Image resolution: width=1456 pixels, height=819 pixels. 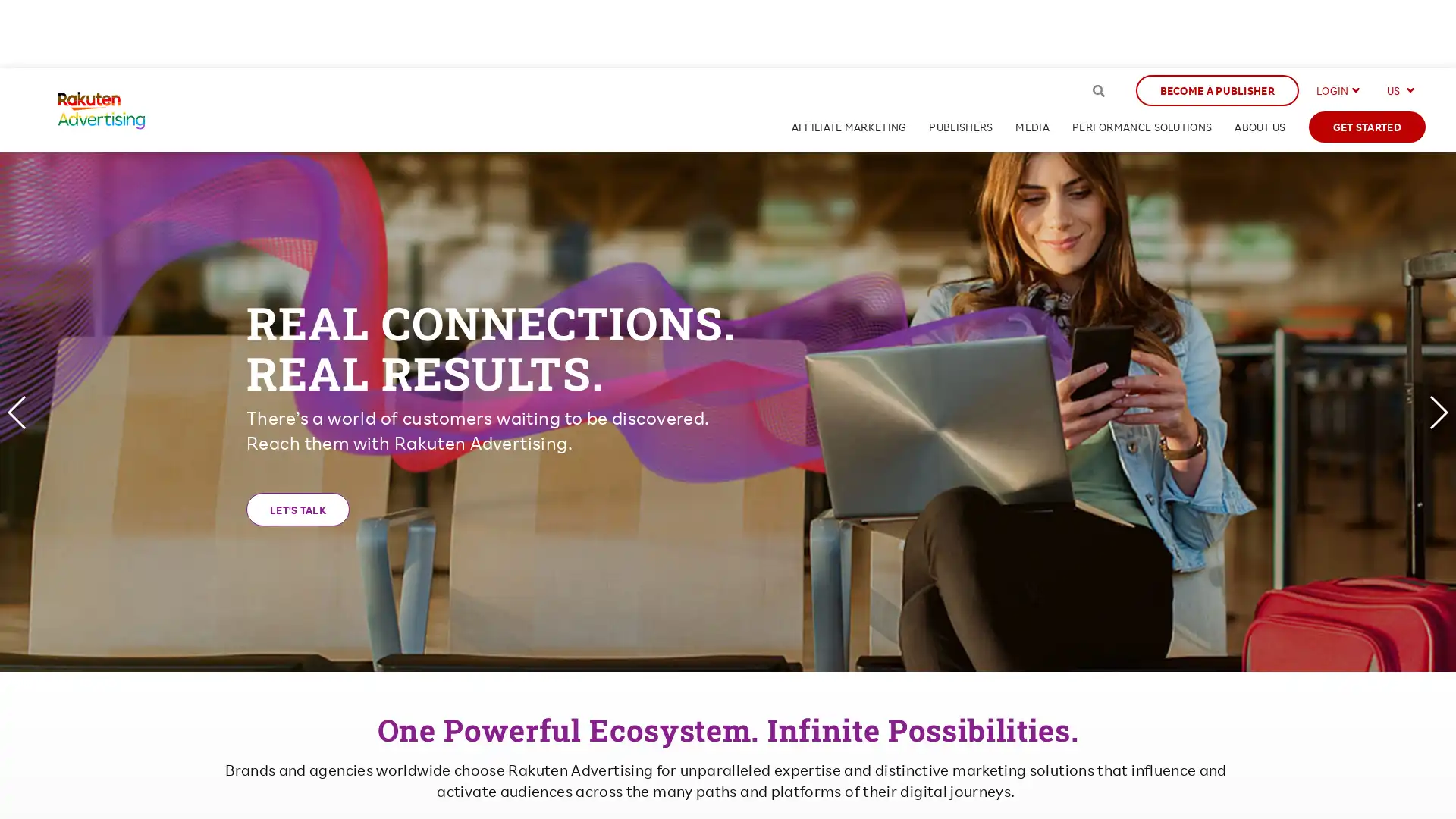 What do you see at coordinates (1437, 412) in the screenshot?
I see `Next slide` at bounding box center [1437, 412].